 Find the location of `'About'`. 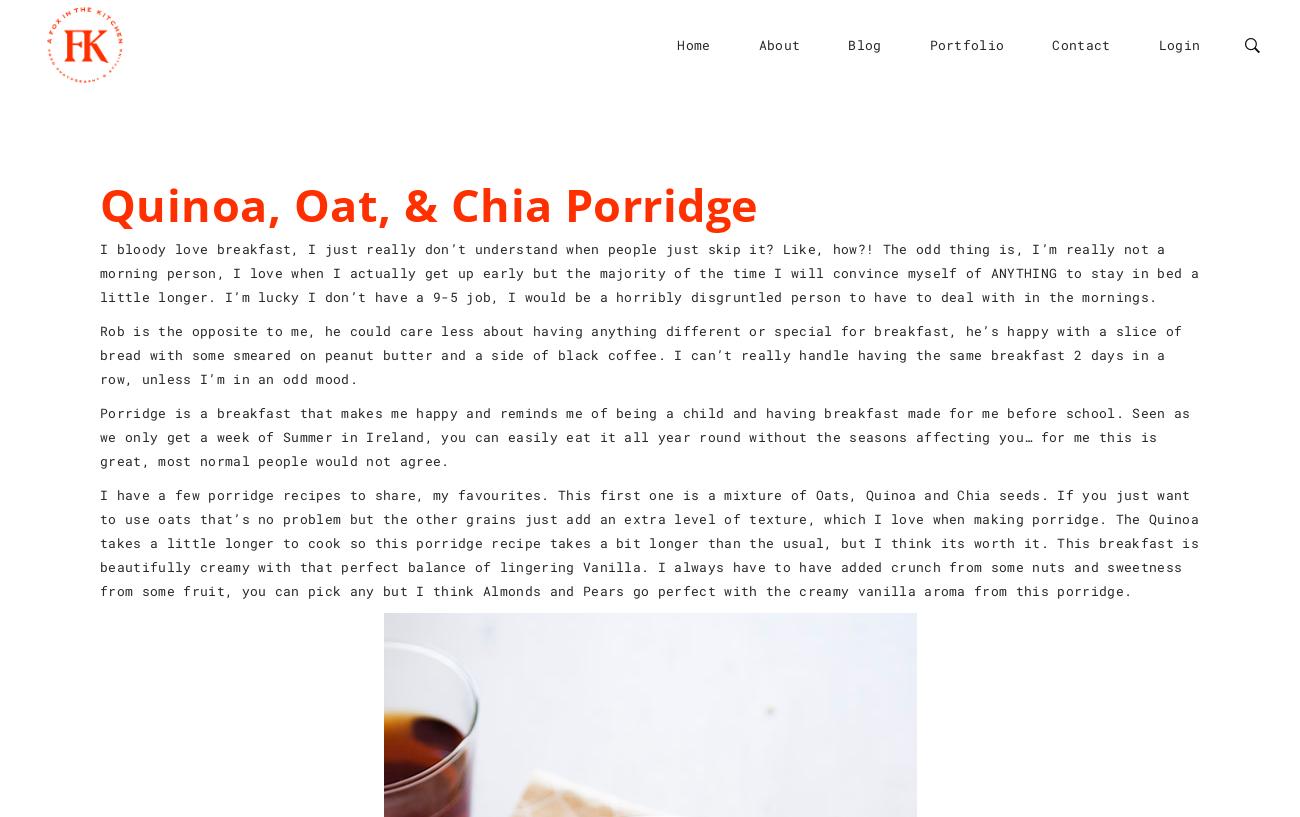

'About' is located at coordinates (777, 43).